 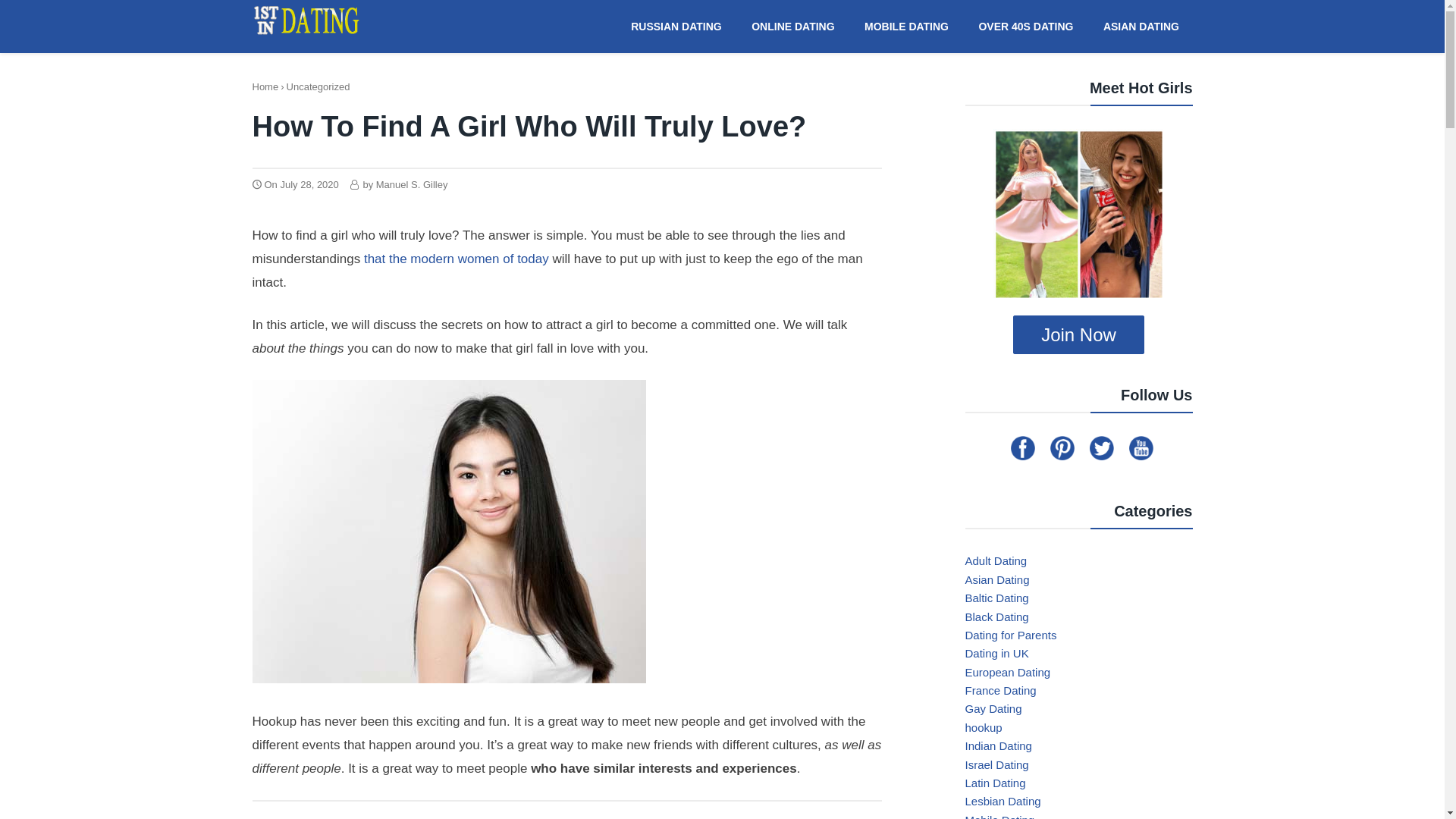 What do you see at coordinates (1078, 334) in the screenshot?
I see `'Join Now'` at bounding box center [1078, 334].